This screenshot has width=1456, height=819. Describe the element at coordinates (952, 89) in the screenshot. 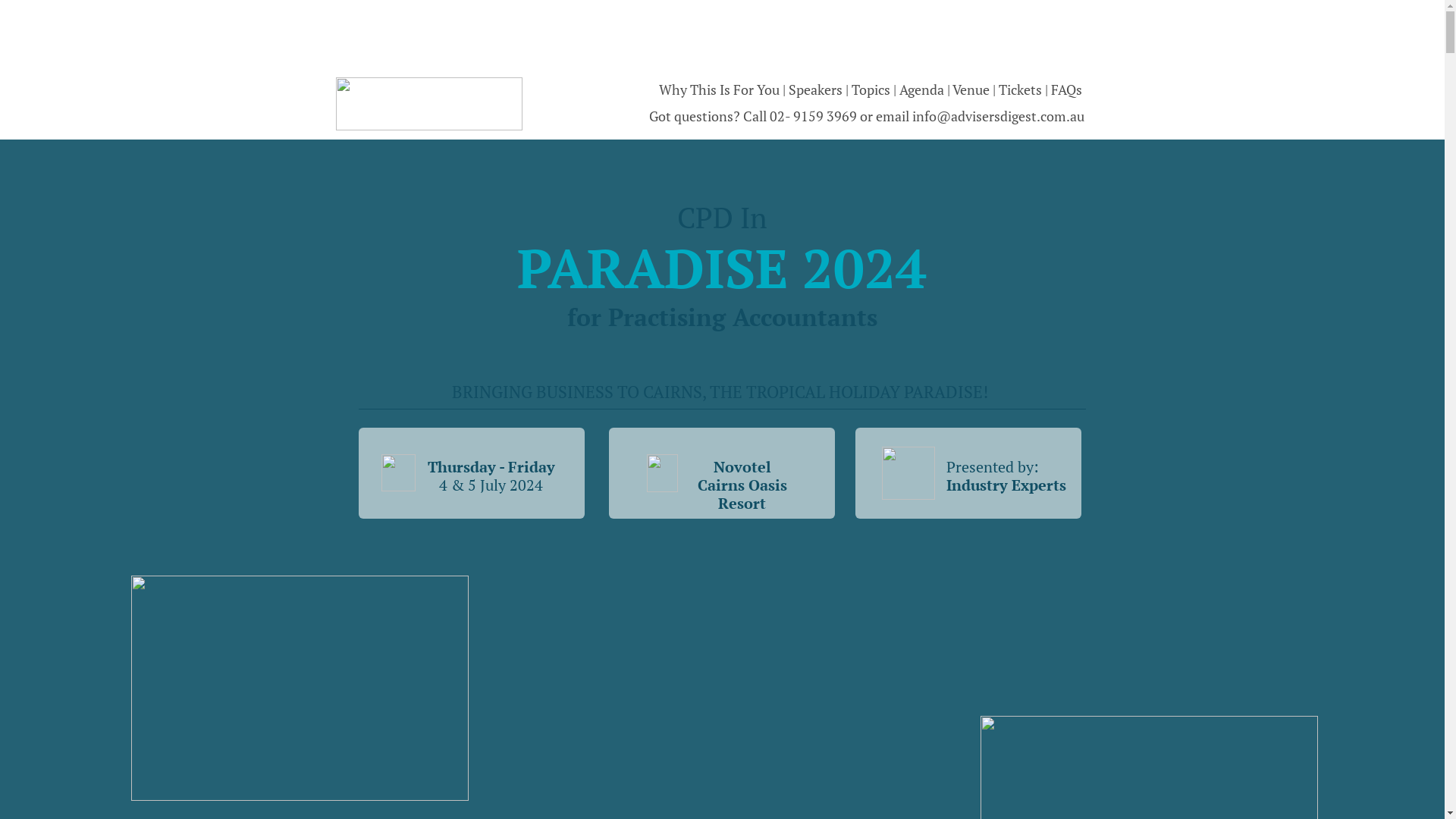

I see `'Venue'` at that location.